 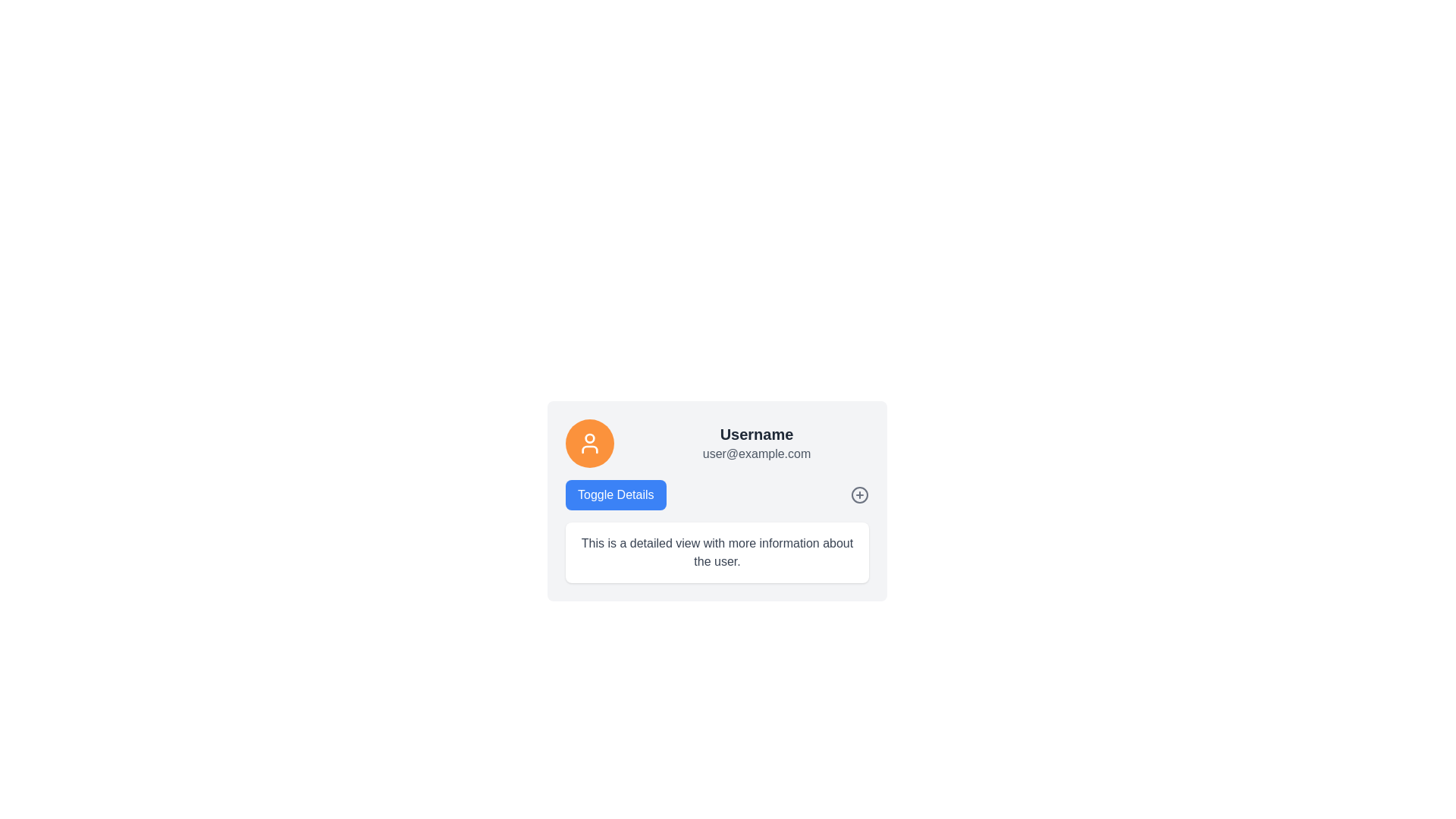 I want to click on the circular icon button with a '+' symbol on the right side of the 'Toggle Details' button, so click(x=859, y=494).